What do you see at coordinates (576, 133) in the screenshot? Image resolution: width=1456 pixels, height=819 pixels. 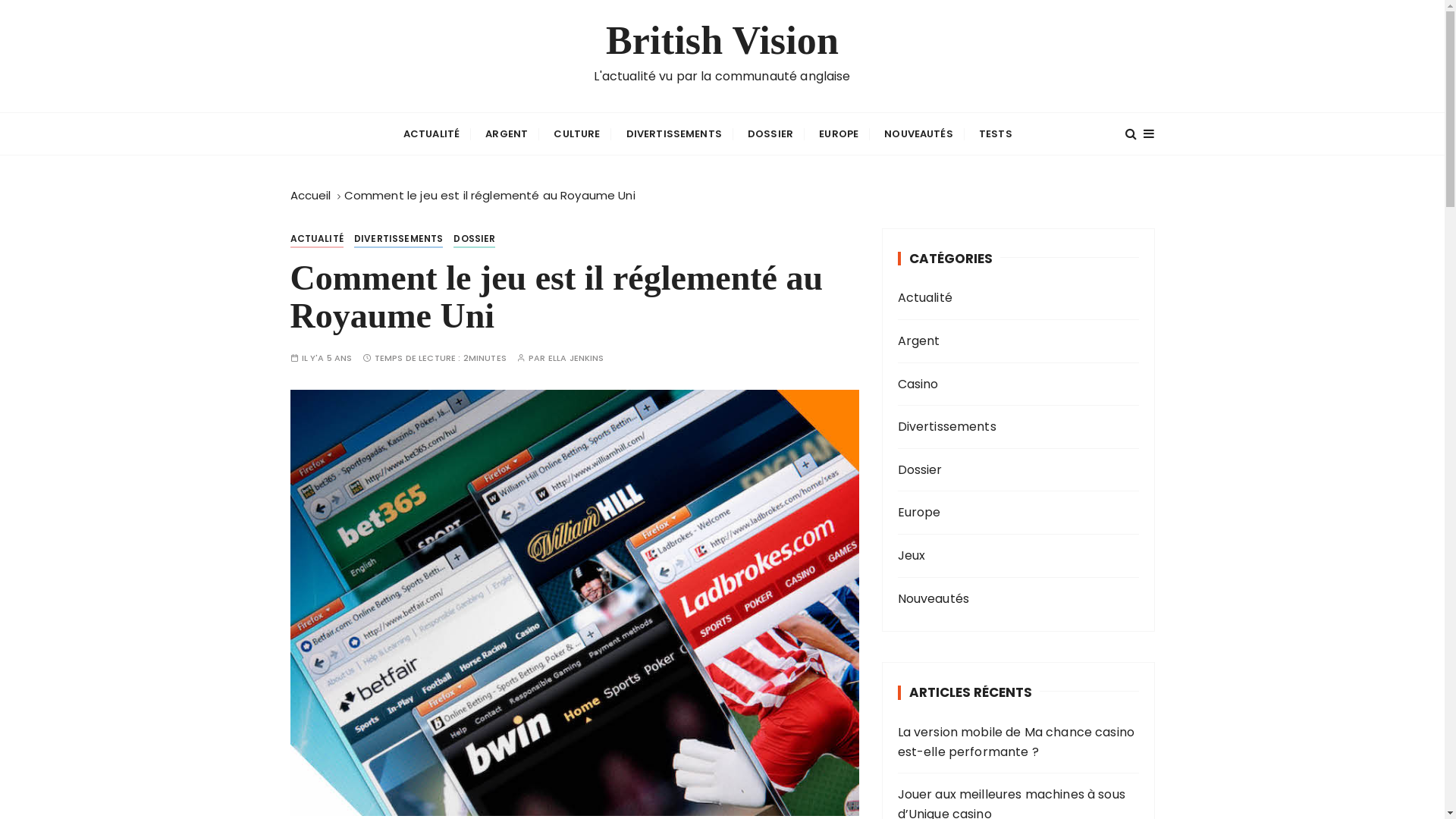 I see `'CULTURE'` at bounding box center [576, 133].